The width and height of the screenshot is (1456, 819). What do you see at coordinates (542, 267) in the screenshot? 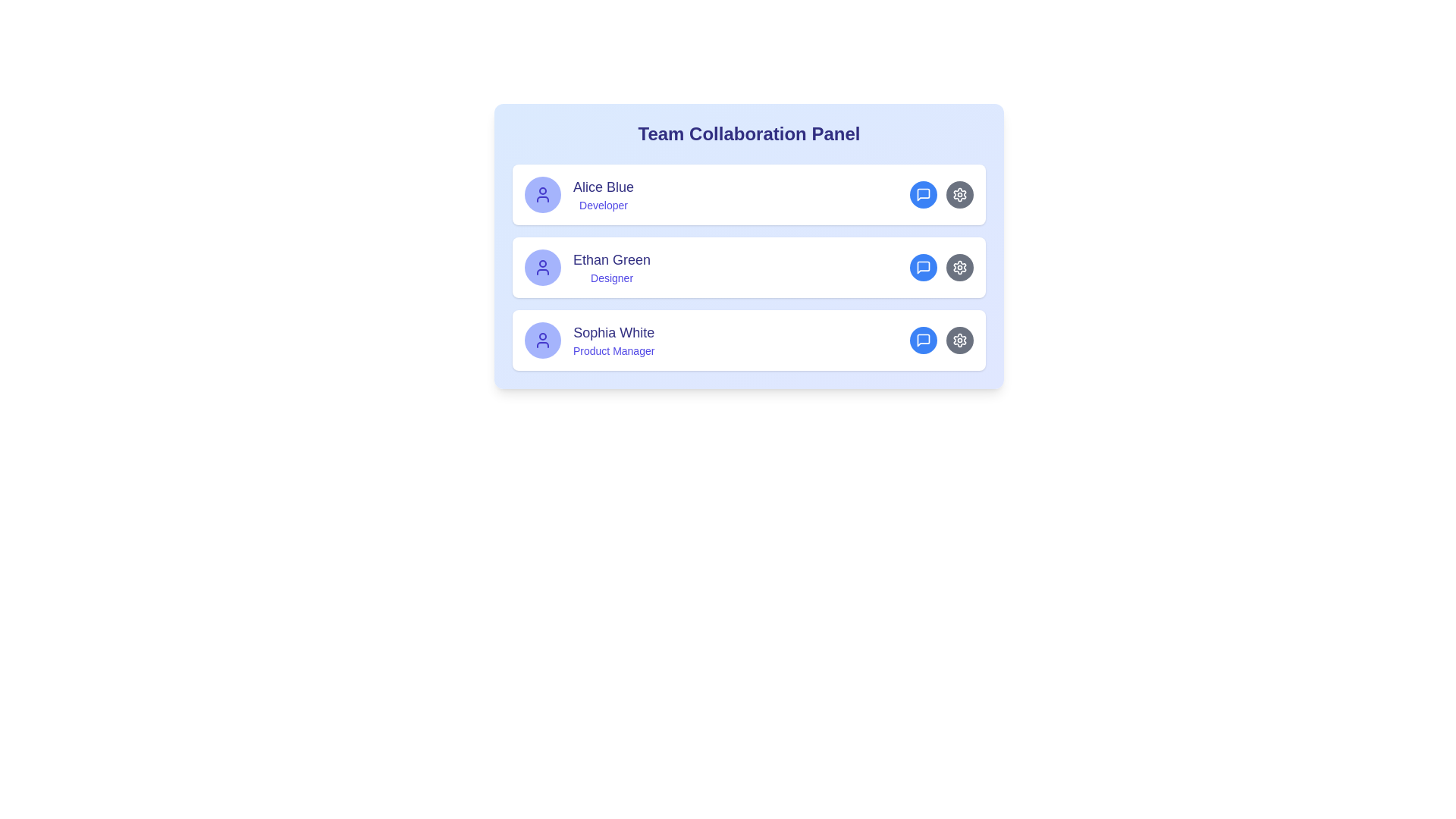
I see `the user icon representing 'Ethan Green', which is the leftmost element in the second row of the Team Collaboration Panel, located inside a rounded indigo-background circle` at bounding box center [542, 267].